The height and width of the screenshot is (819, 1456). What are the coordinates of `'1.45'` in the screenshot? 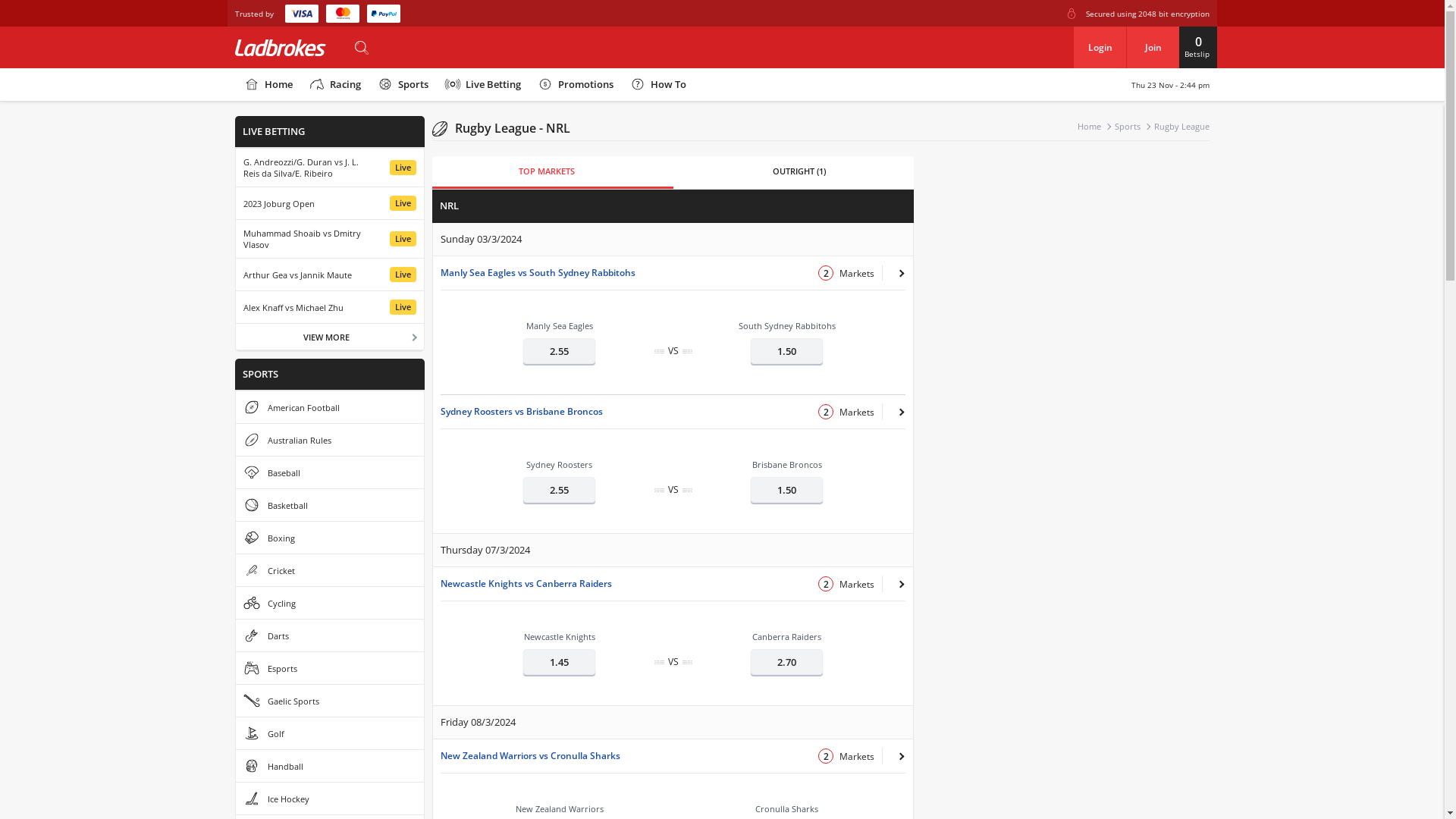 It's located at (558, 661).